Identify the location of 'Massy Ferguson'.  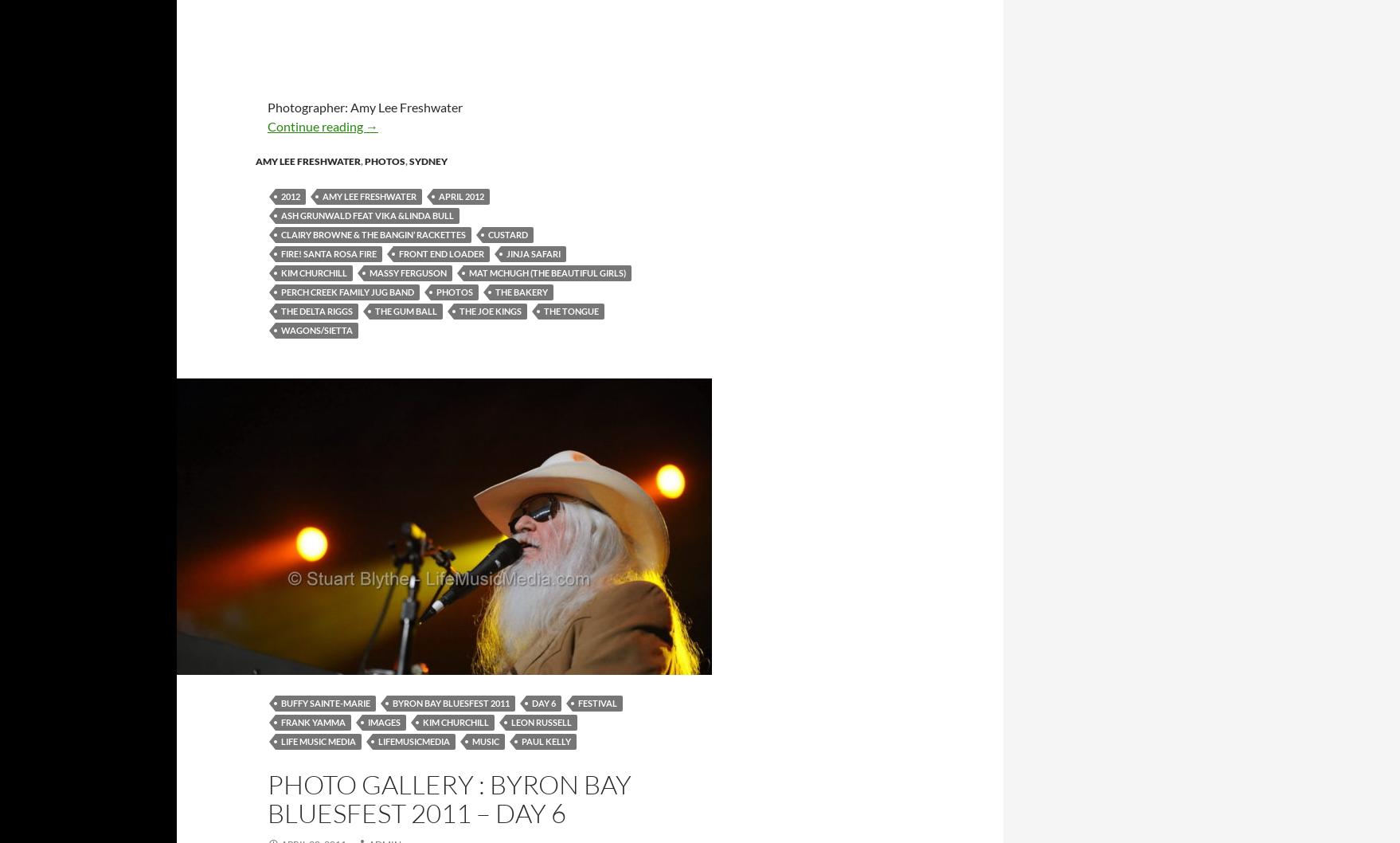
(407, 271).